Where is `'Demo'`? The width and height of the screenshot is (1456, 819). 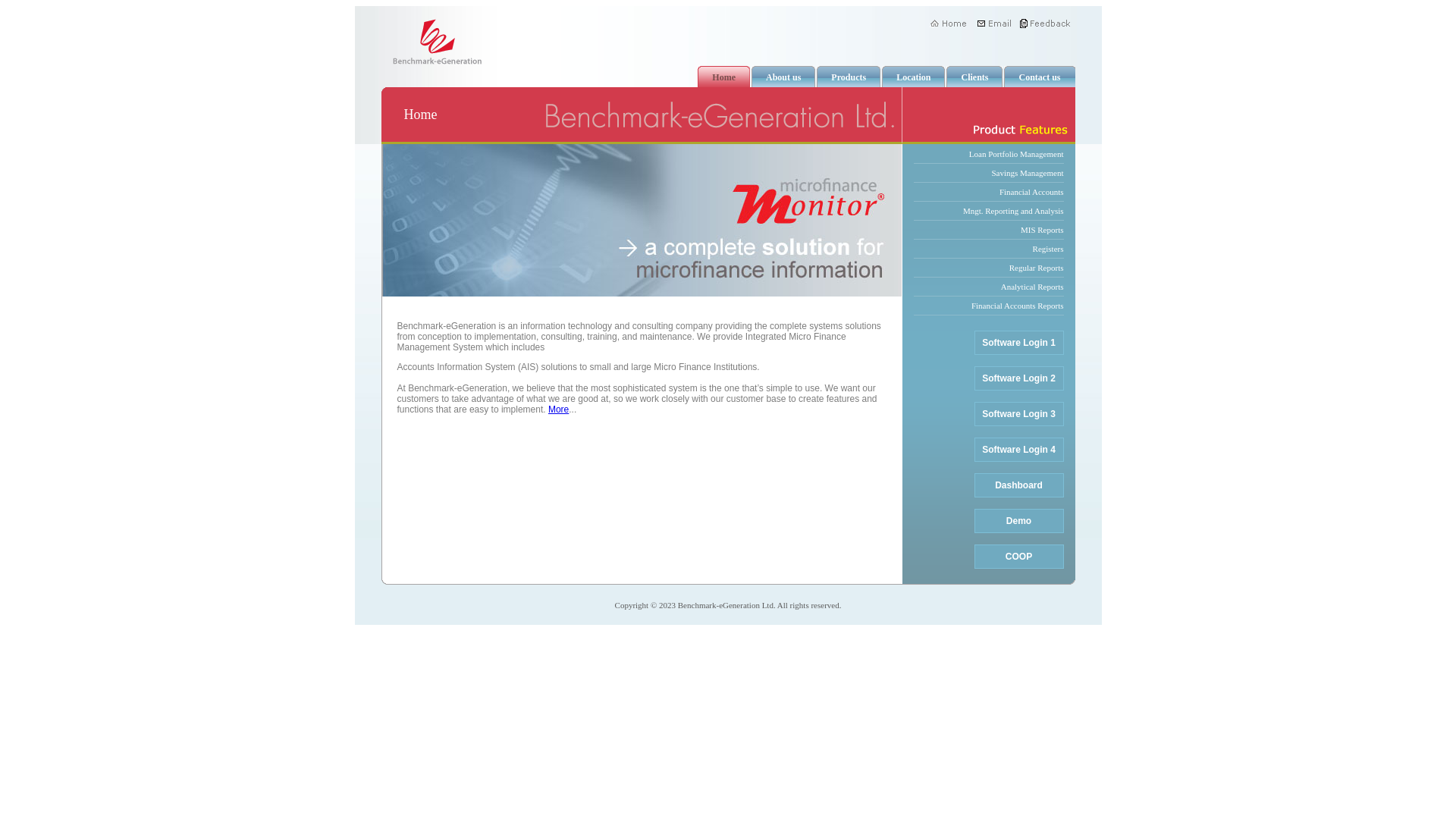
'Demo' is located at coordinates (1018, 519).